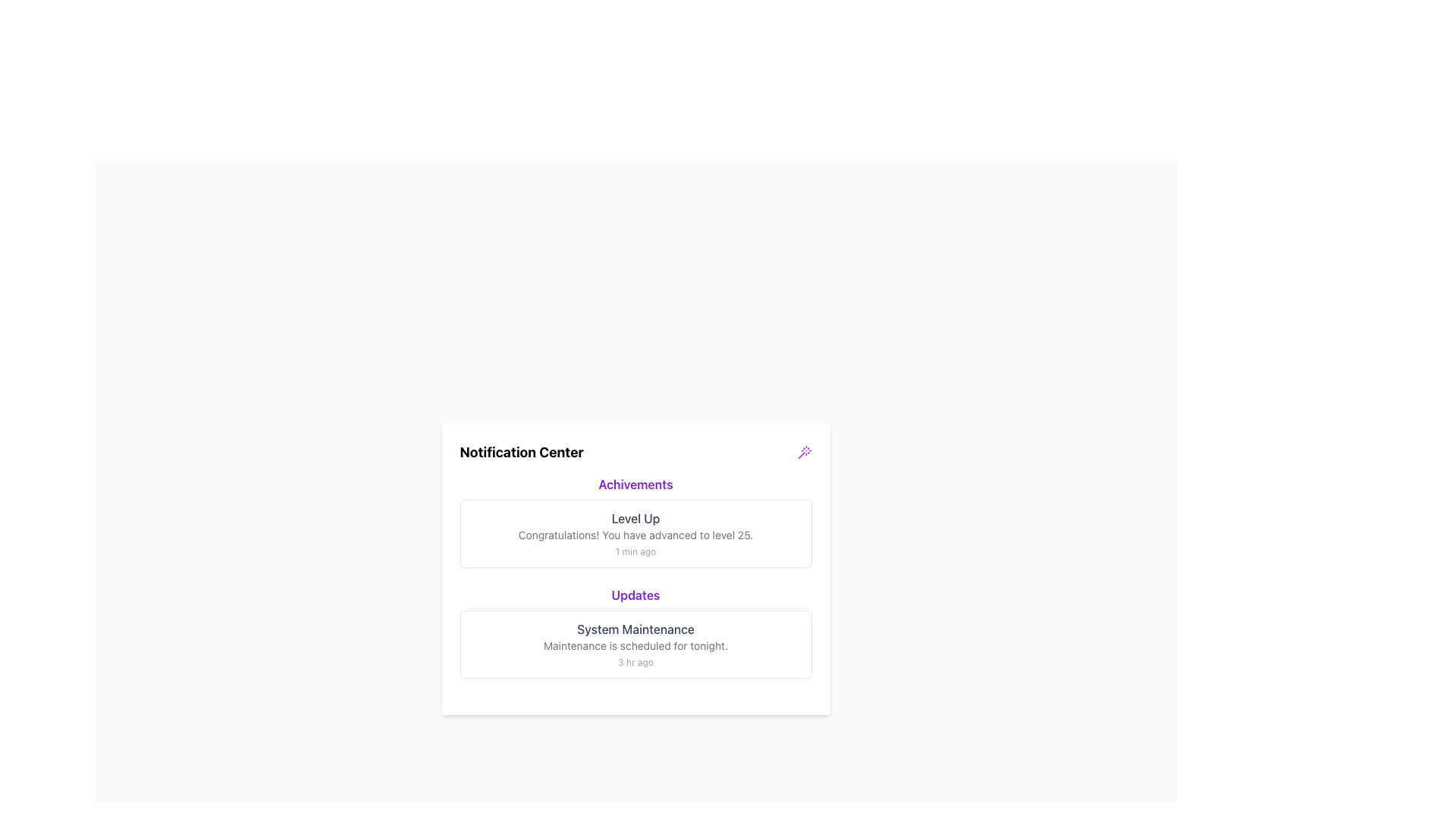 The image size is (1456, 819). Describe the element at coordinates (635, 646) in the screenshot. I see `the text label displaying the message 'Maintenance is scheduled for tonight.' which is located within the 'System Maintenance' bordered card in the Notification Center` at that location.